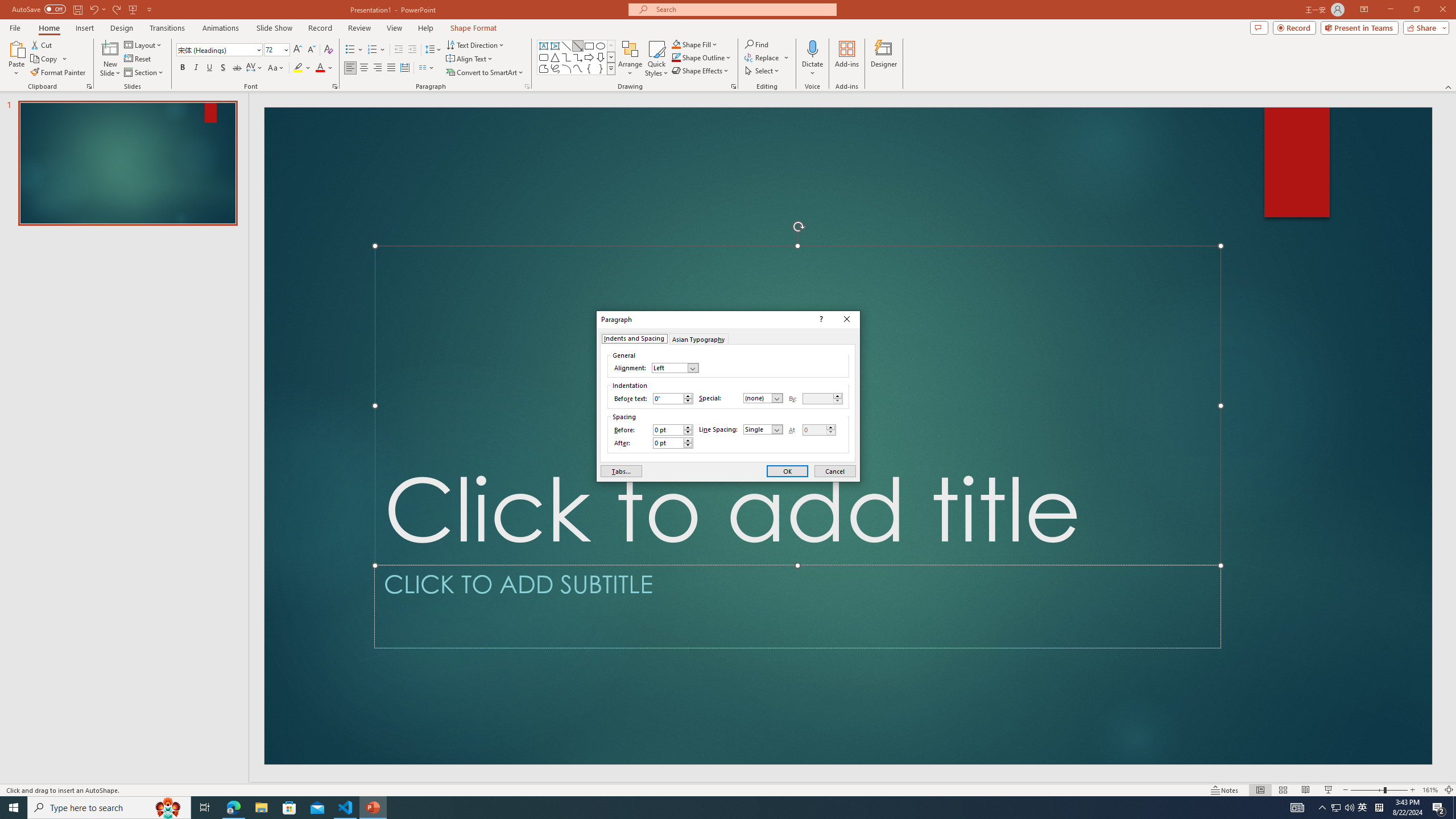 This screenshot has width=1456, height=819. What do you see at coordinates (698, 337) in the screenshot?
I see `'Asian Typography'` at bounding box center [698, 337].